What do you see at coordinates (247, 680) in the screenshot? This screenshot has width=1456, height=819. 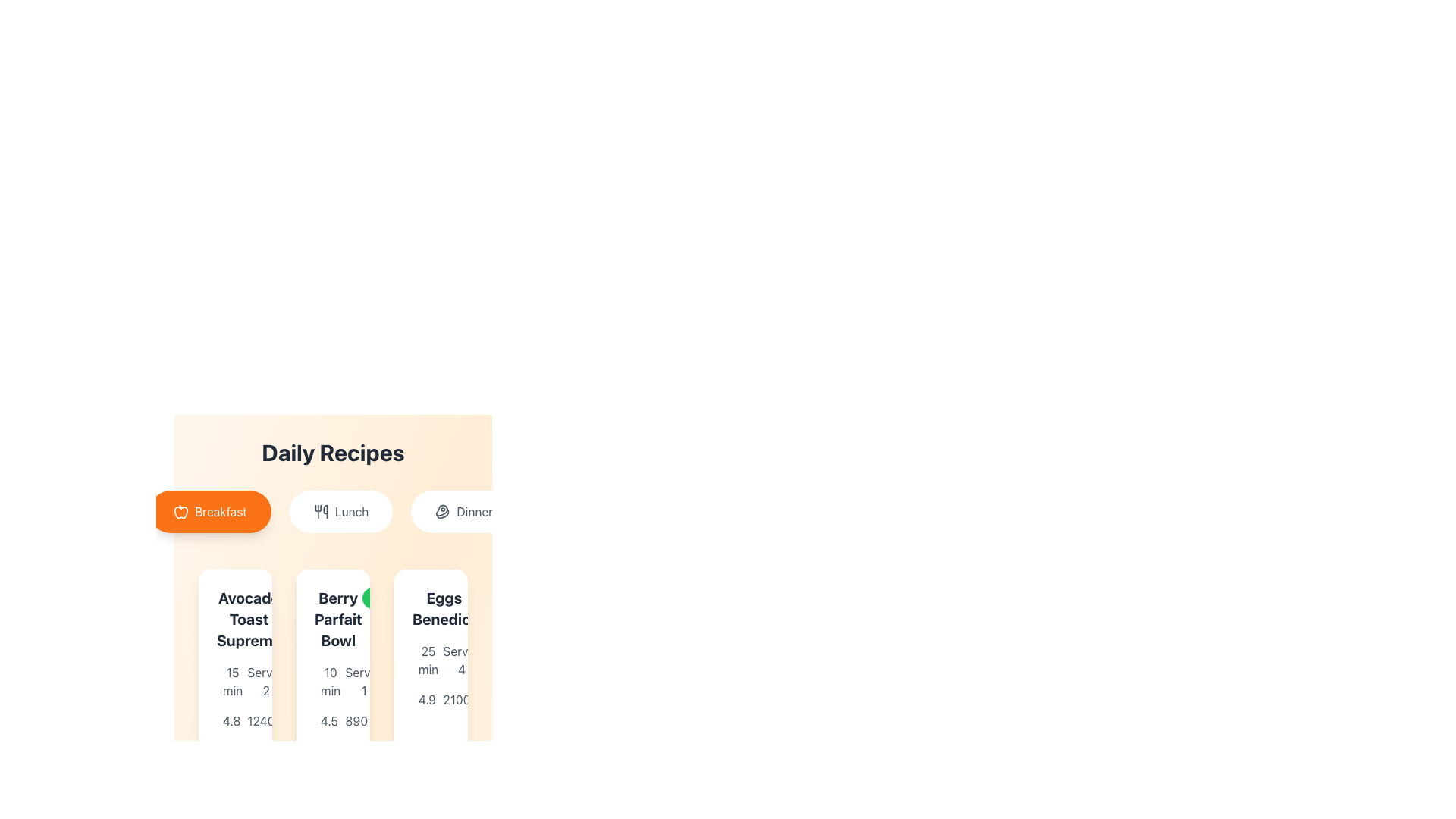 I see `the static text element indicating the serving size for the 'Avocado Toast Supreme' dish, located under the time indicator ('15 min') and above the rating ('4.8')` at bounding box center [247, 680].